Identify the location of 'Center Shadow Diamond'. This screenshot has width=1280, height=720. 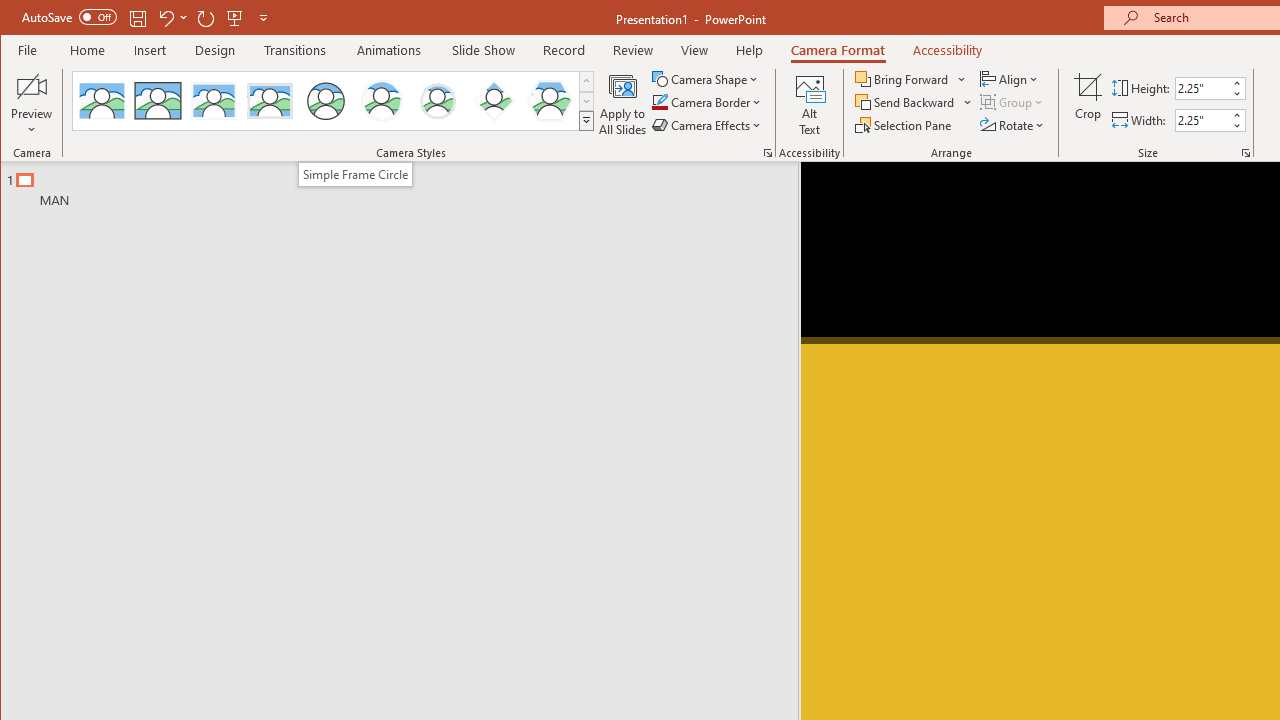
(494, 100).